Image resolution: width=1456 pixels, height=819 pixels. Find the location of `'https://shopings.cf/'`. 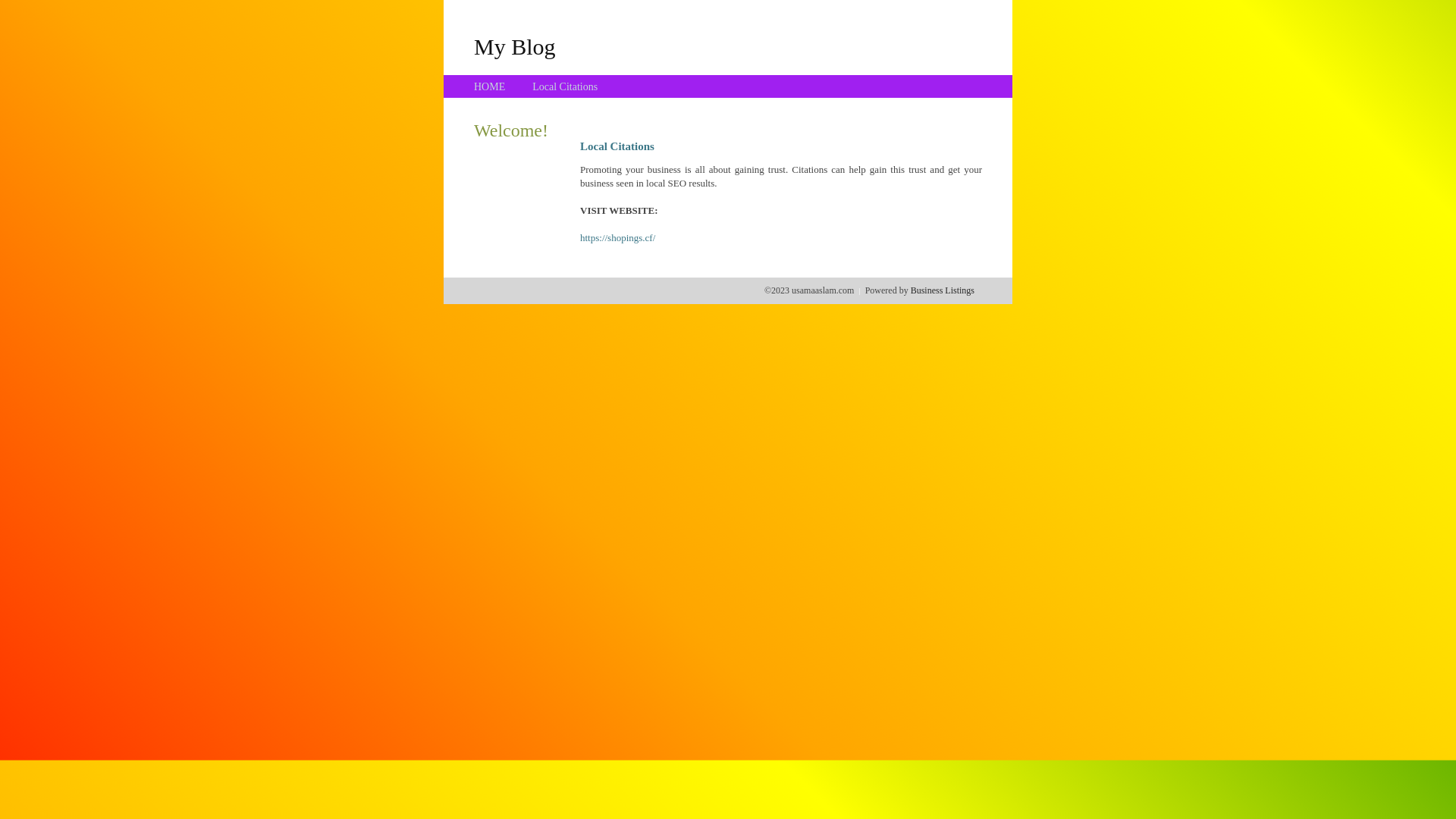

'https://shopings.cf/' is located at coordinates (617, 237).